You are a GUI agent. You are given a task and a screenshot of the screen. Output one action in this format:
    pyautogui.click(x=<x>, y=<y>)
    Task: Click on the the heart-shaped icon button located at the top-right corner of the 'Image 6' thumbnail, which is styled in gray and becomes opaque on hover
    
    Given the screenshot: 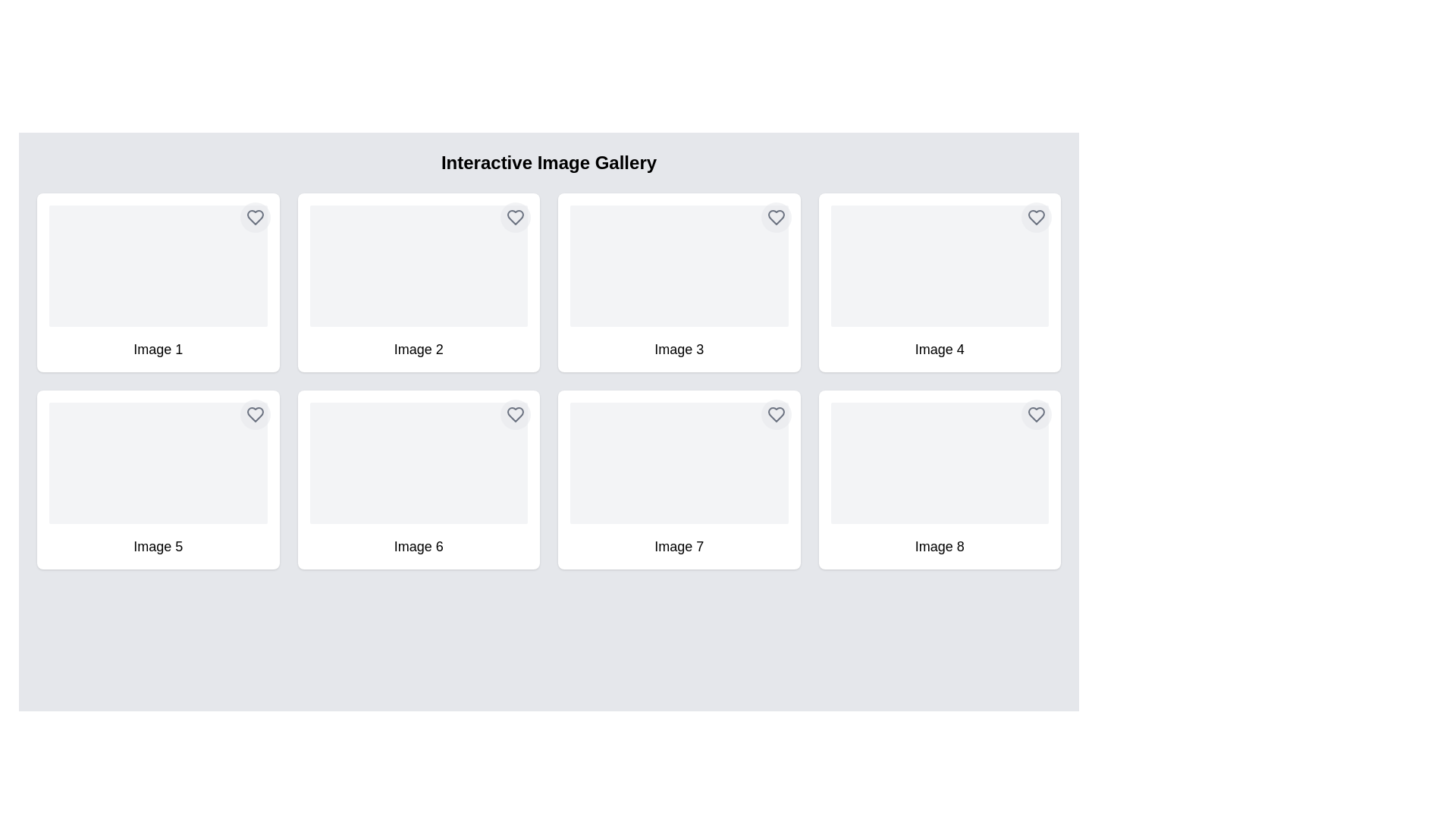 What is the action you would take?
    pyautogui.click(x=516, y=415)
    